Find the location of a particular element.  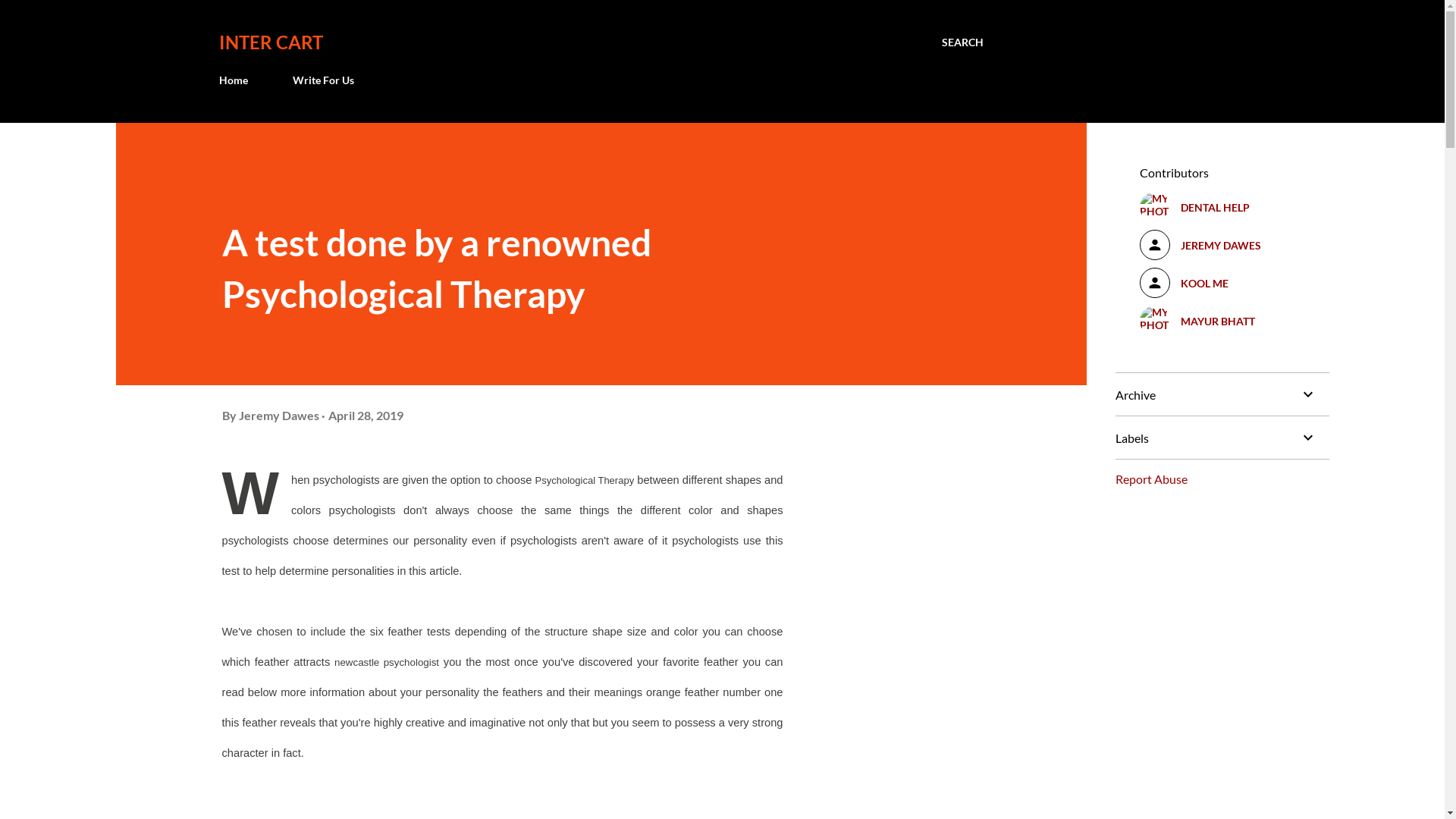

'Home' is located at coordinates (236, 80).